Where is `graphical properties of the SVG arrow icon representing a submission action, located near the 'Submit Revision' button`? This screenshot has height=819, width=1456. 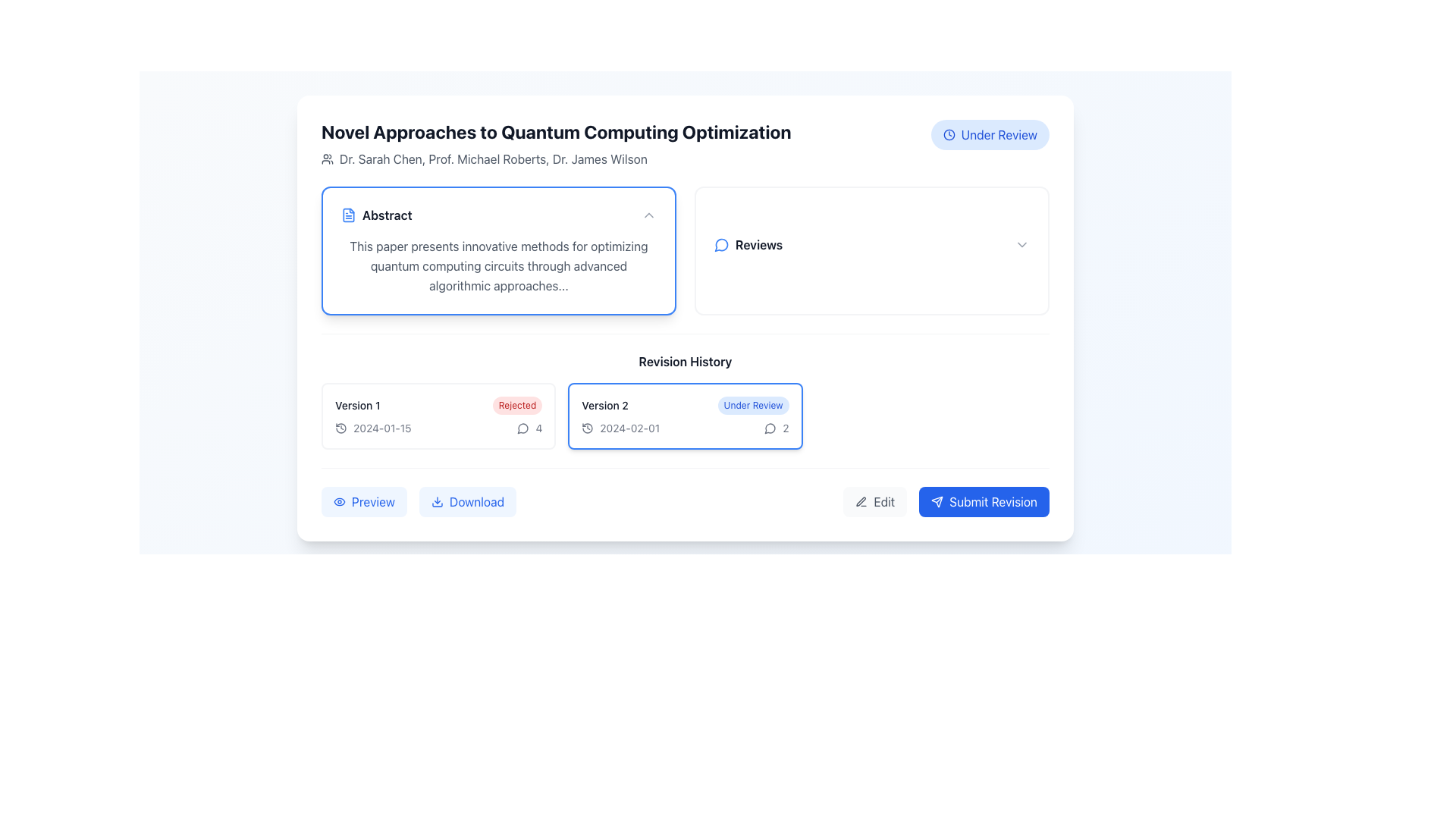
graphical properties of the SVG arrow icon representing a submission action, located near the 'Submit Revision' button is located at coordinates (937, 502).